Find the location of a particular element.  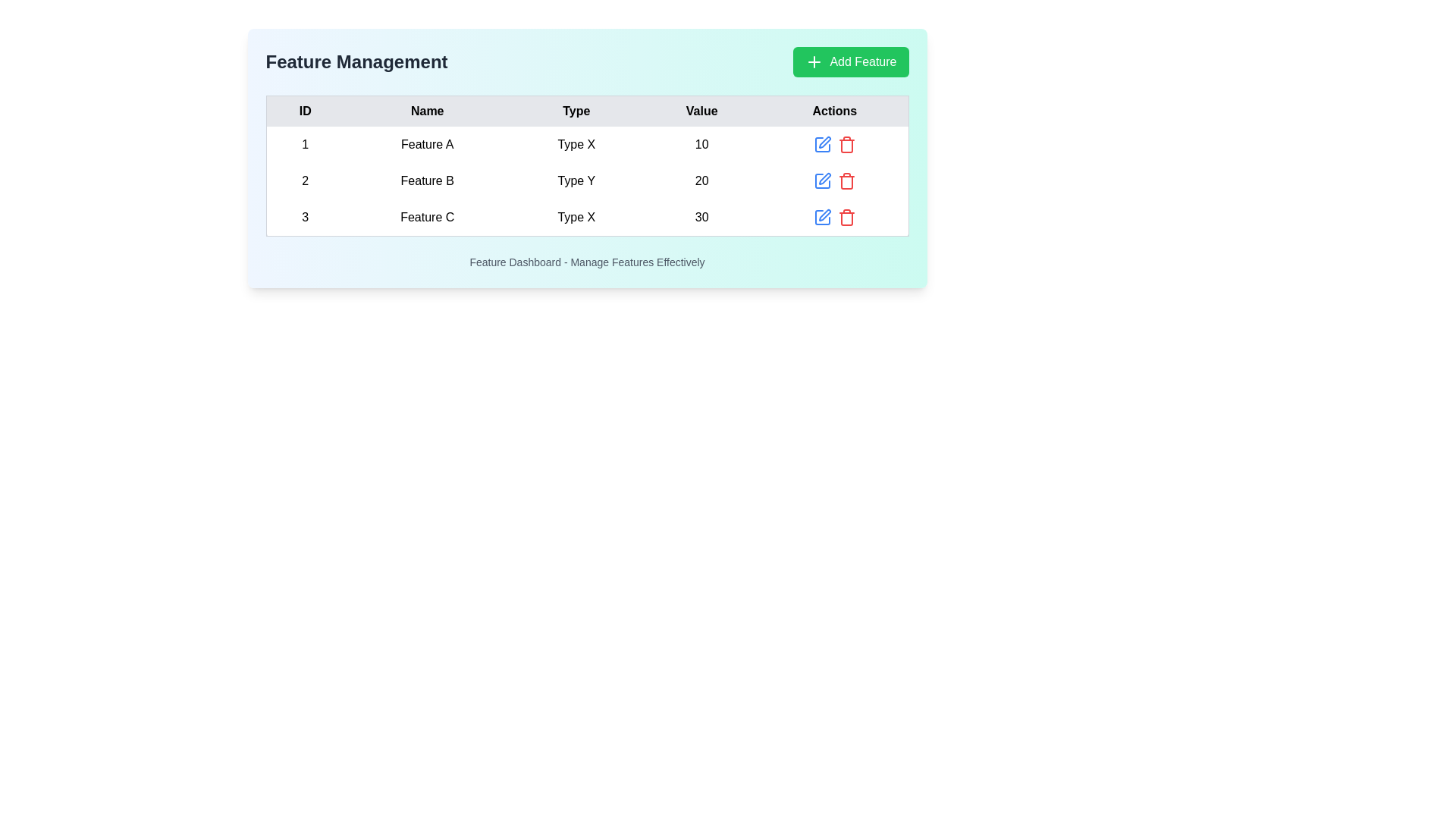

the static text element displaying 'Type X' in the 'Type' column of the third row under the 'Feature Management' header, which represents the 'Type' for 'Feature C' is located at coordinates (576, 218).